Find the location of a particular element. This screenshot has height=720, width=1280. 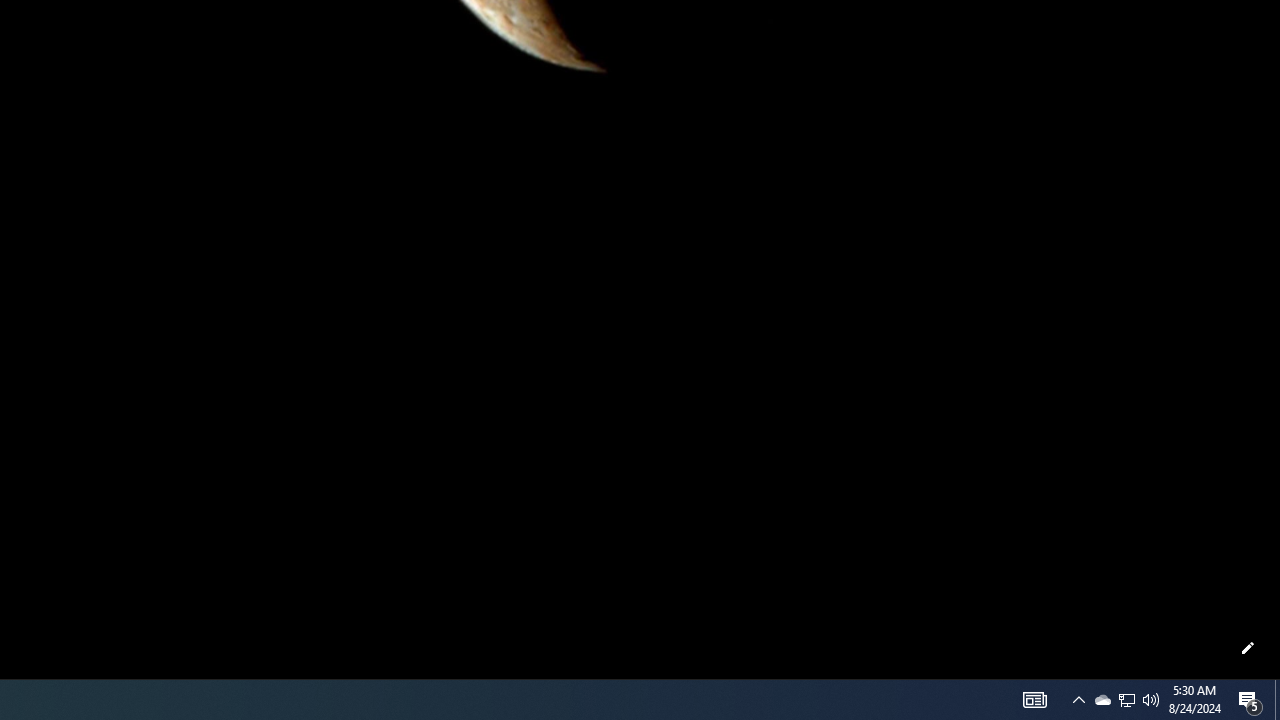

'Customize this page' is located at coordinates (1247, 648).